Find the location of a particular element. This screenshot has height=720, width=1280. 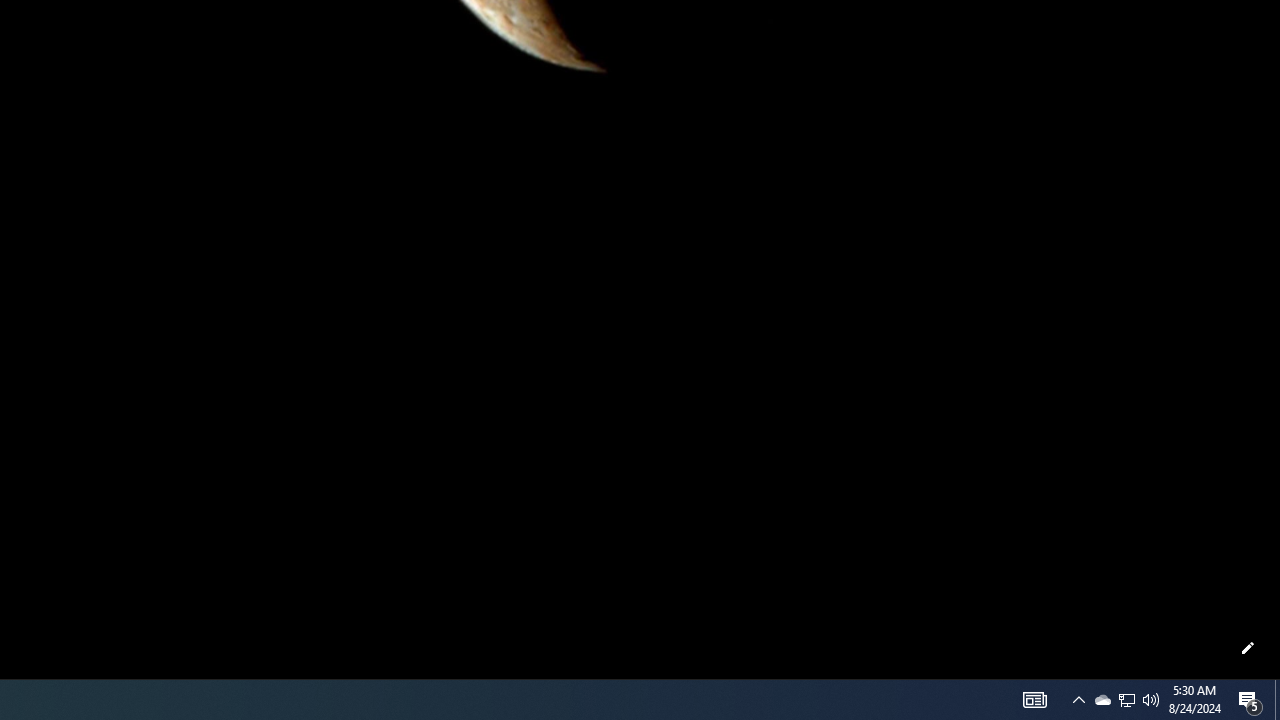

'Customize this page' is located at coordinates (1247, 648).